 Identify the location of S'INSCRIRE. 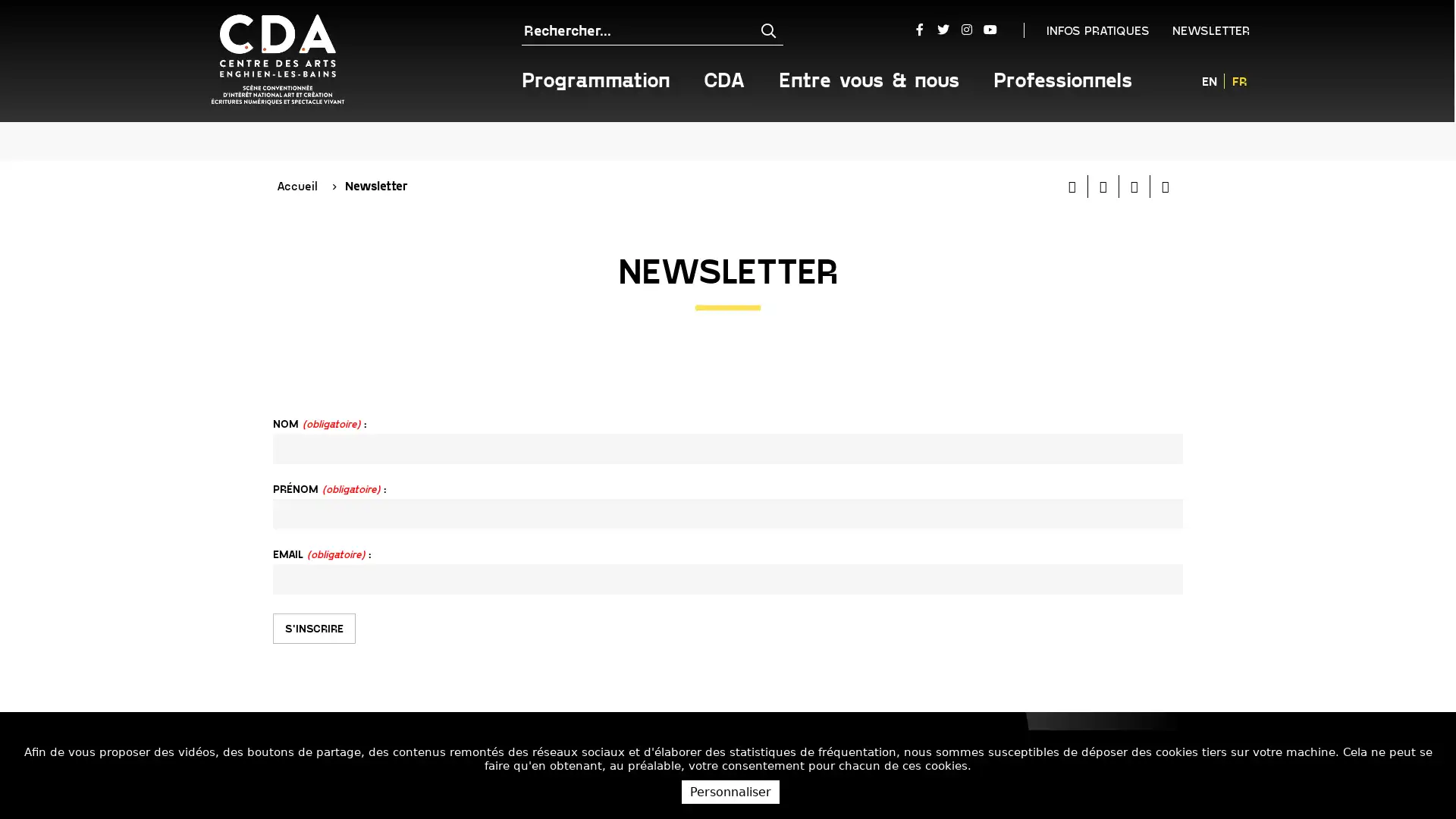
(313, 590).